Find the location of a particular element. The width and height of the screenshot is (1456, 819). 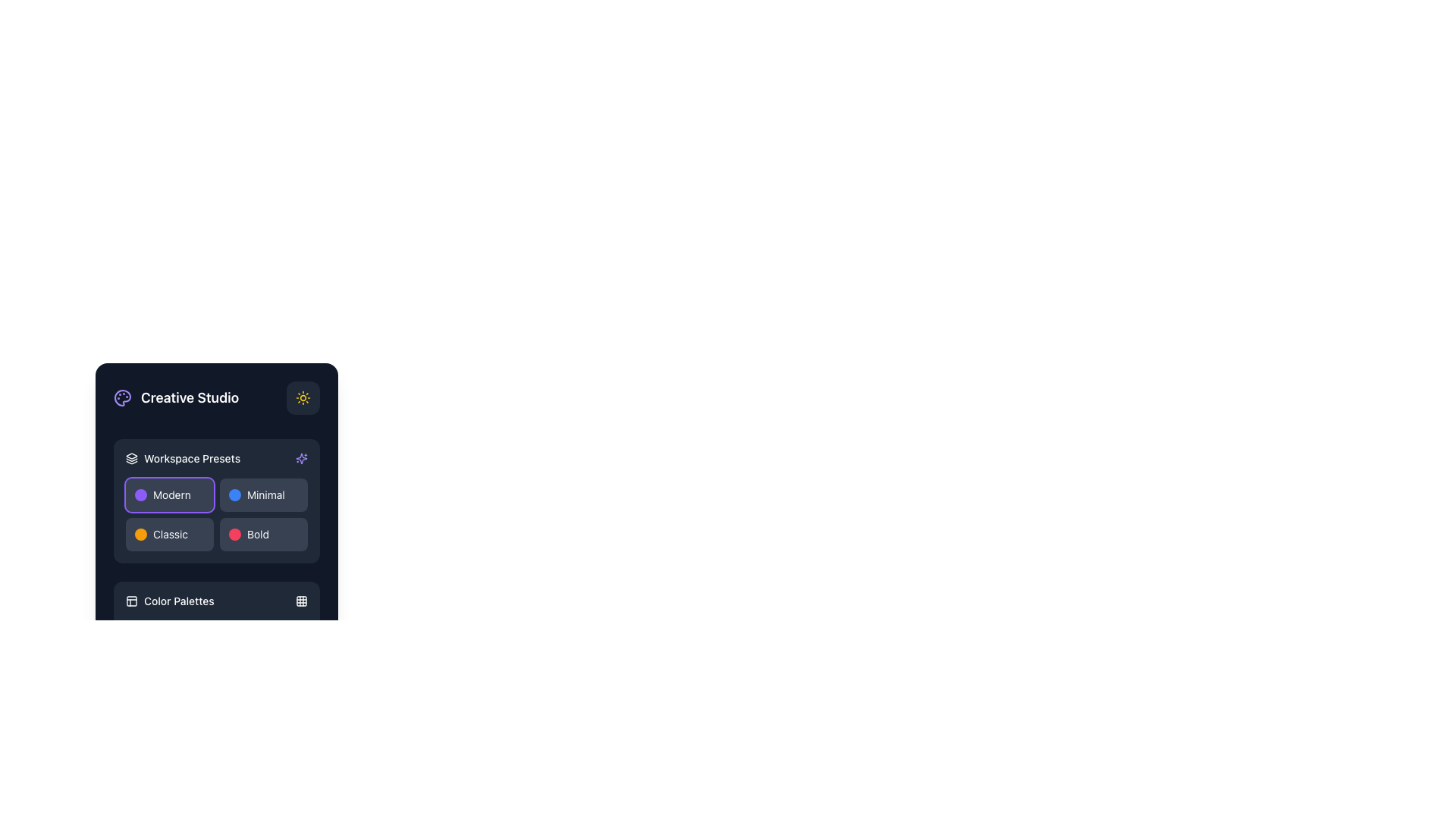

the compact grid icon located to the left of the 'Color Palettes' text in the lower portion of the interface panel is located at coordinates (131, 601).